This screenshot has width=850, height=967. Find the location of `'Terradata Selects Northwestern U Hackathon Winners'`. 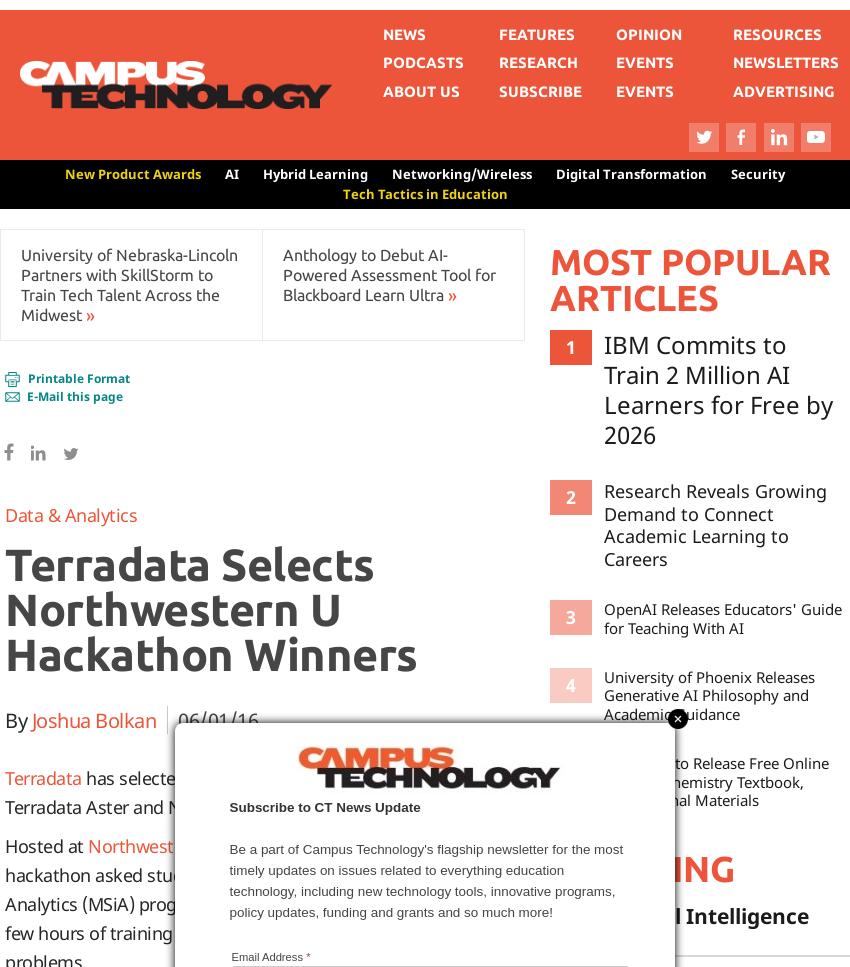

'Terradata Selects Northwestern U Hackathon Winners' is located at coordinates (4, 609).